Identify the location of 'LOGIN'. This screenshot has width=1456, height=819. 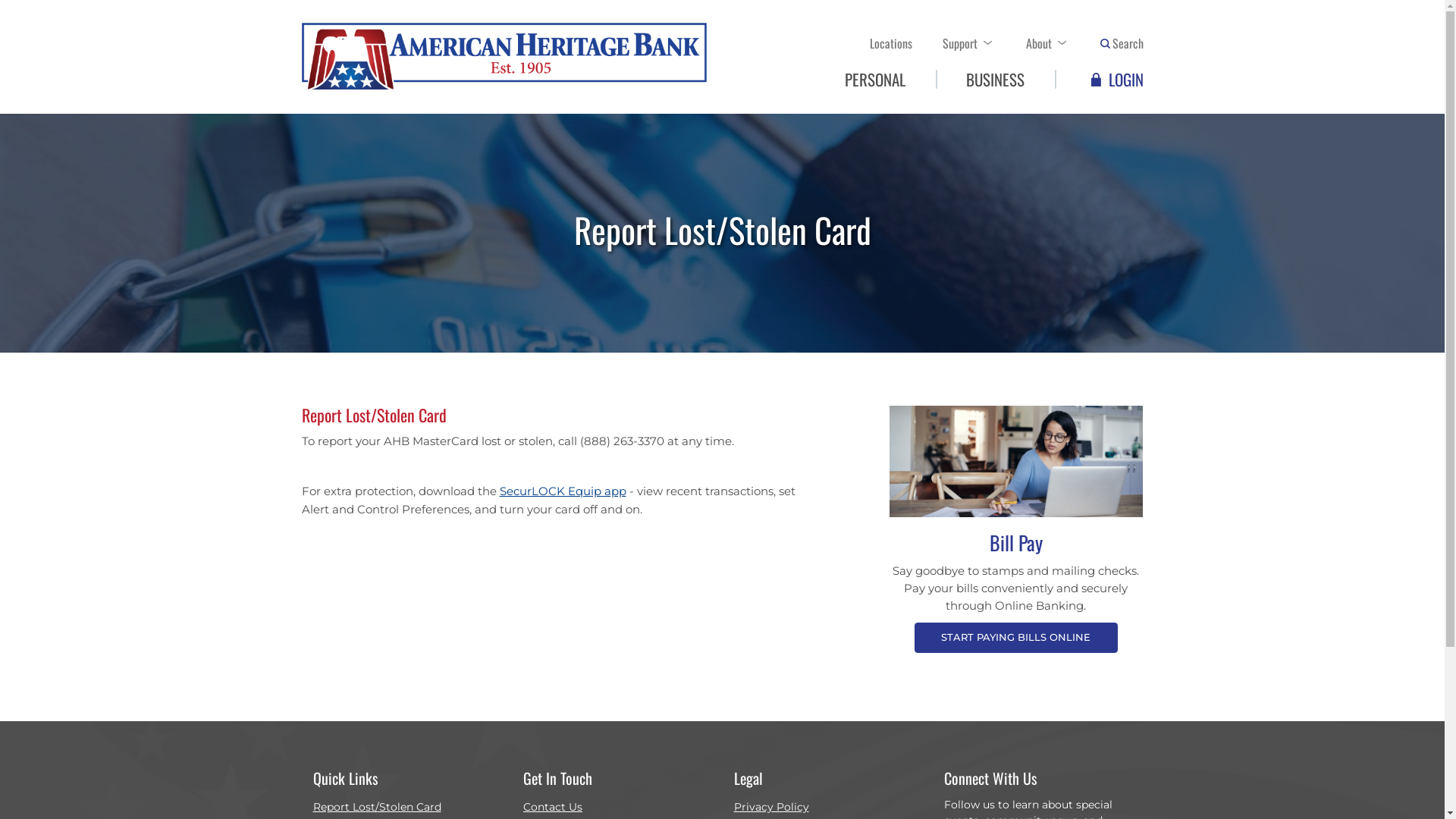
(1118, 79).